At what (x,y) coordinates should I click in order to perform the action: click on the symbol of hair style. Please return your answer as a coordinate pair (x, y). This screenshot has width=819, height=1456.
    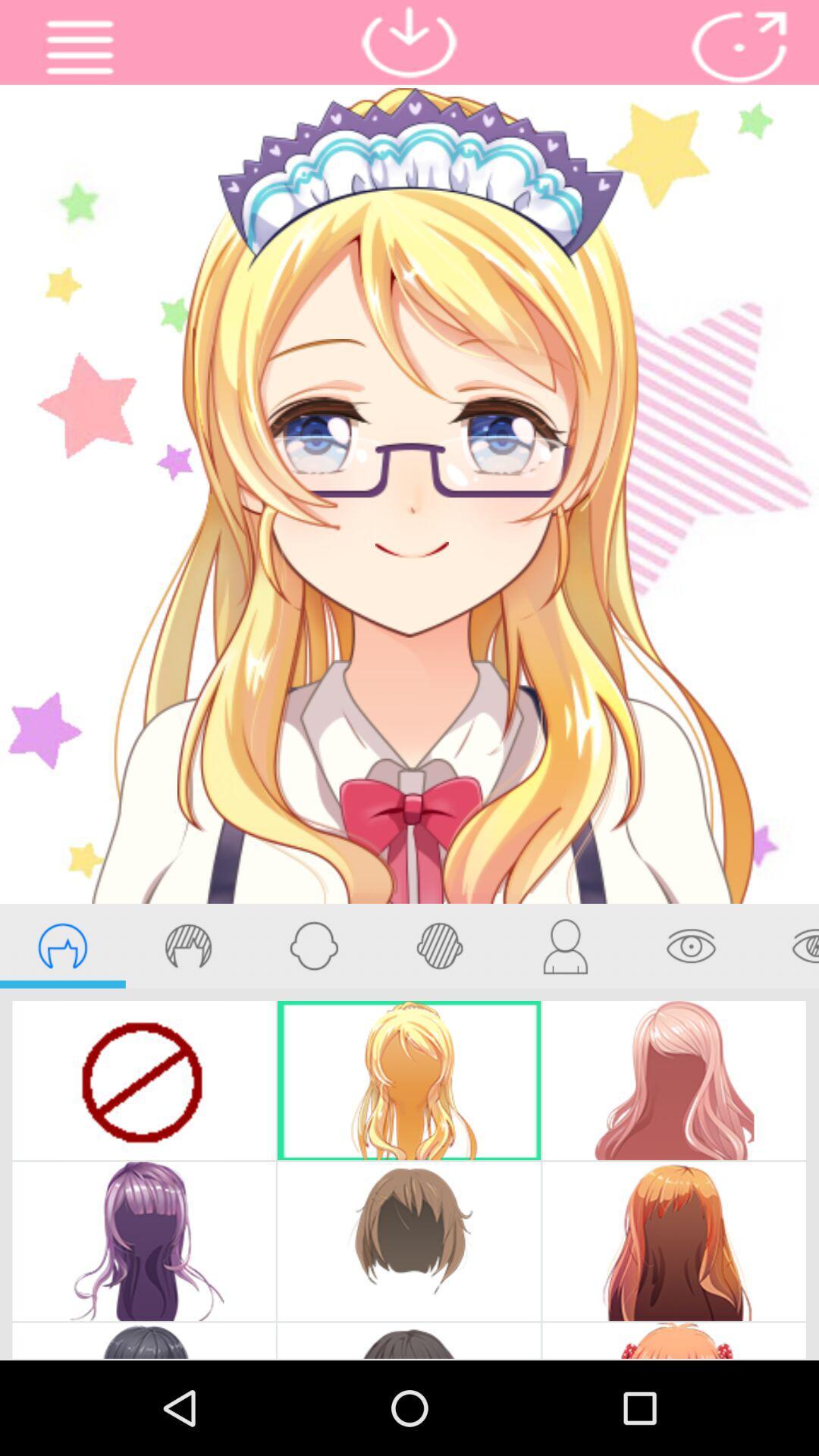
    Looking at the image, I should click on (187, 945).